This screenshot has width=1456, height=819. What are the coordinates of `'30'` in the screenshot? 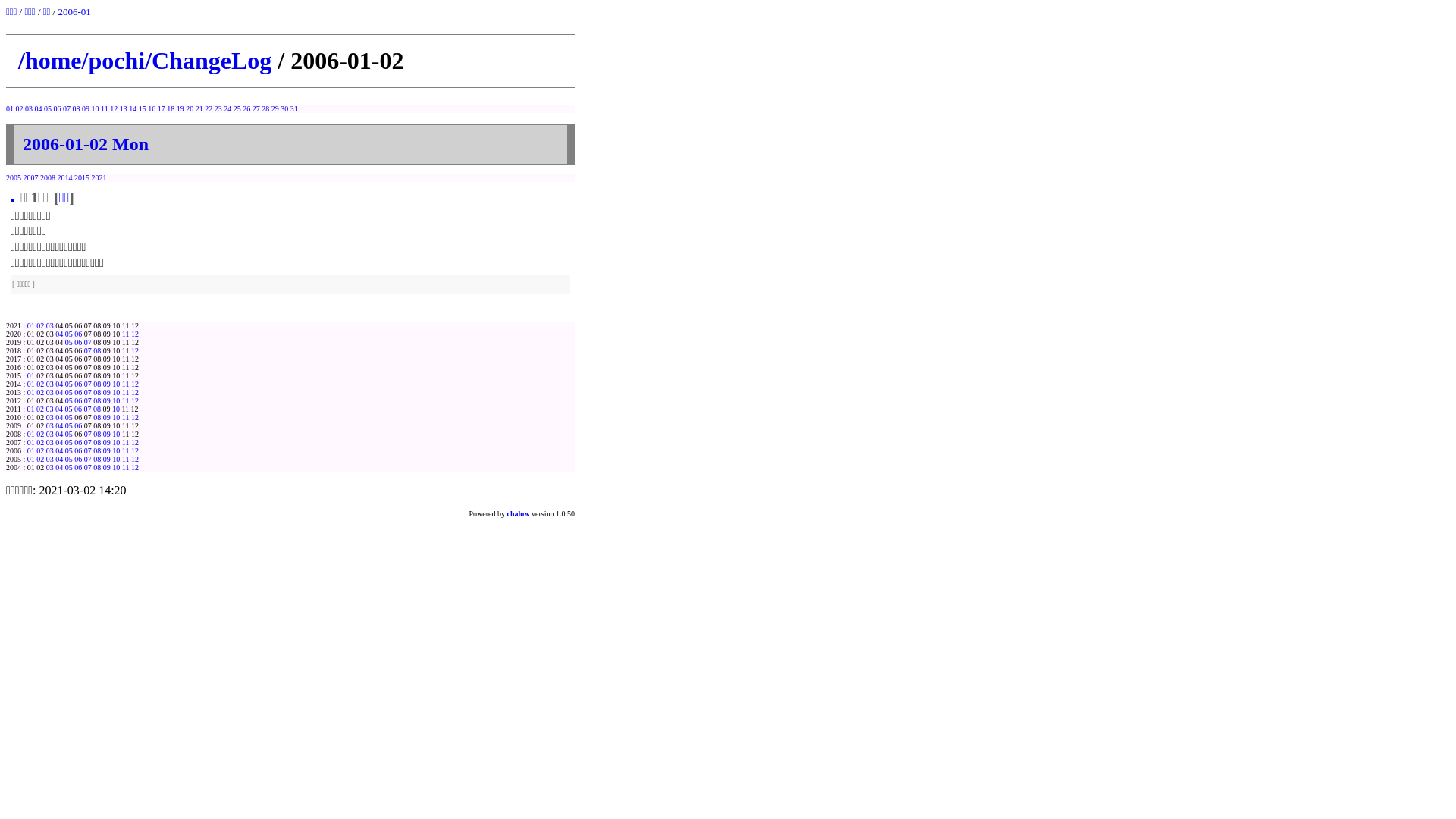 It's located at (284, 108).